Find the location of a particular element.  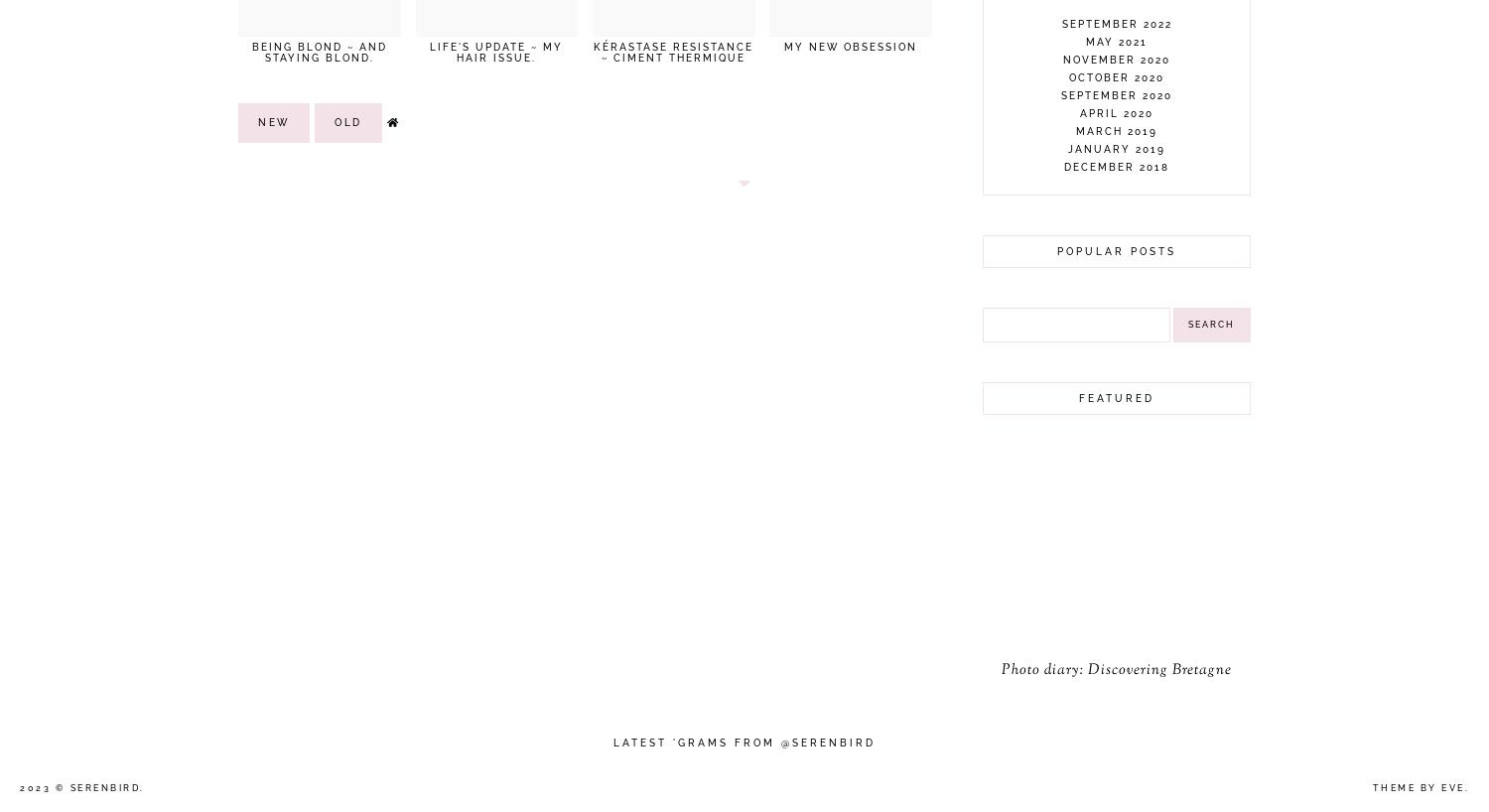

'December 2016' is located at coordinates (1117, 523).